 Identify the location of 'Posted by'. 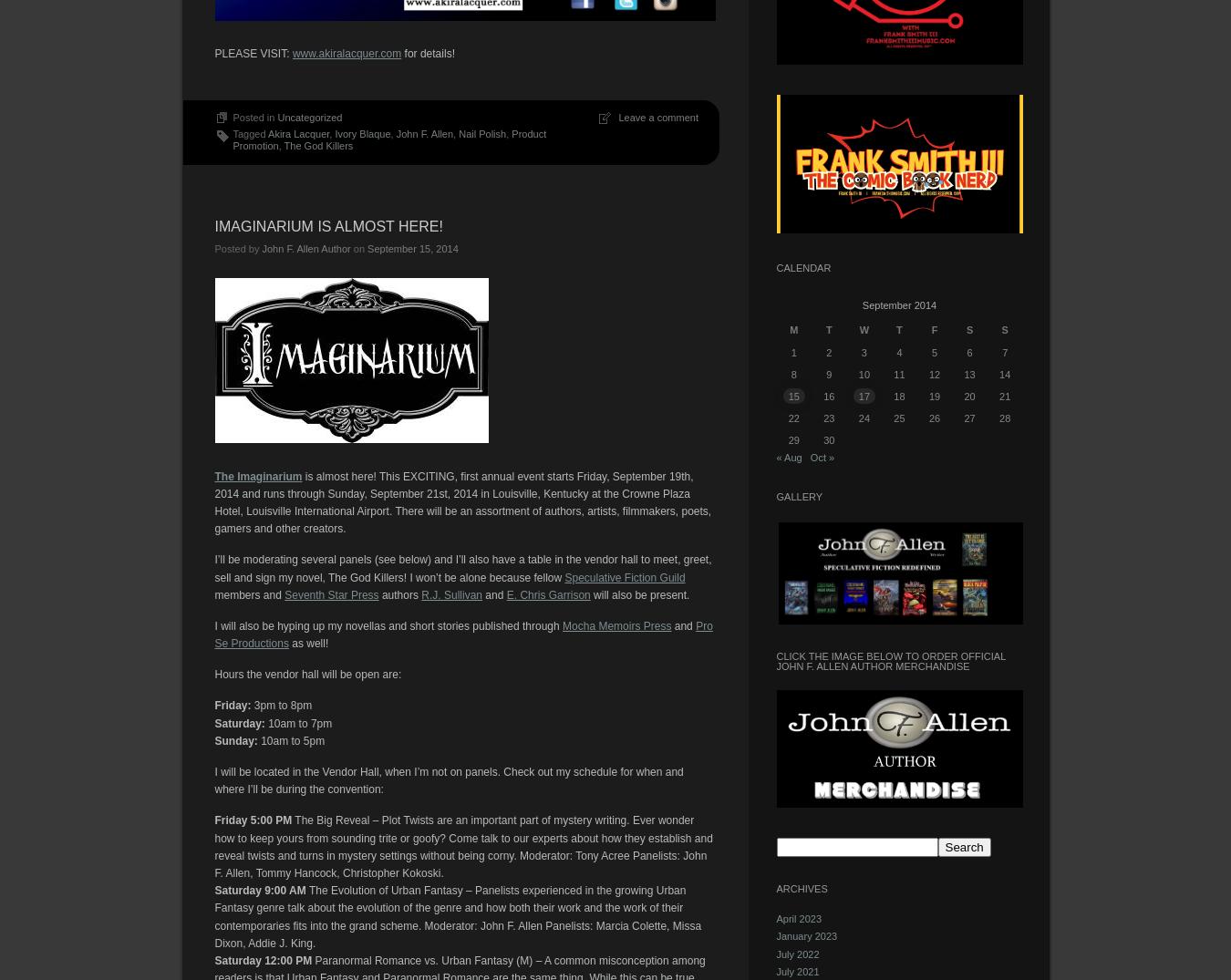
(236, 249).